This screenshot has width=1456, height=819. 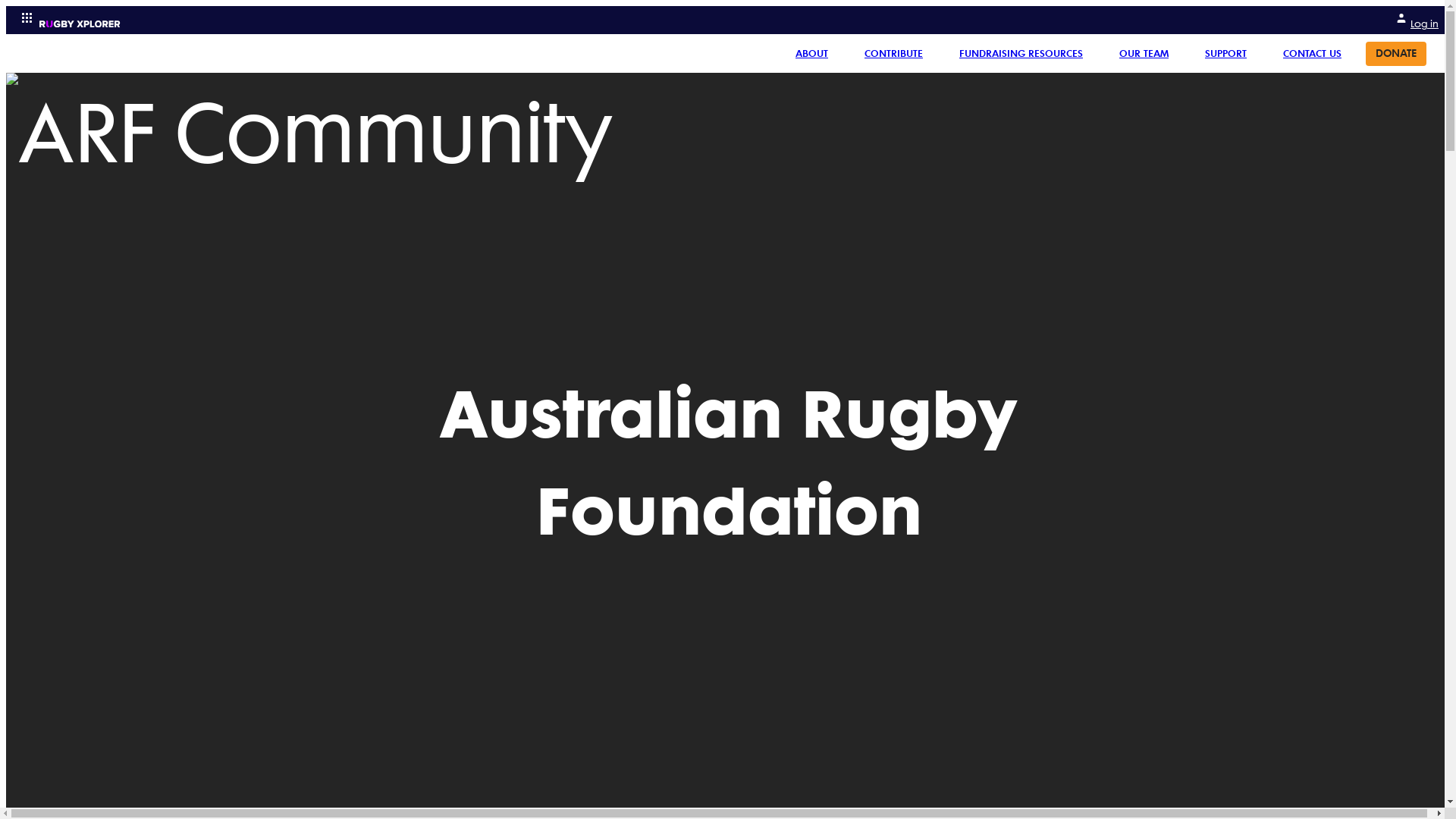 What do you see at coordinates (1192, 52) in the screenshot?
I see `'SUPPORT'` at bounding box center [1192, 52].